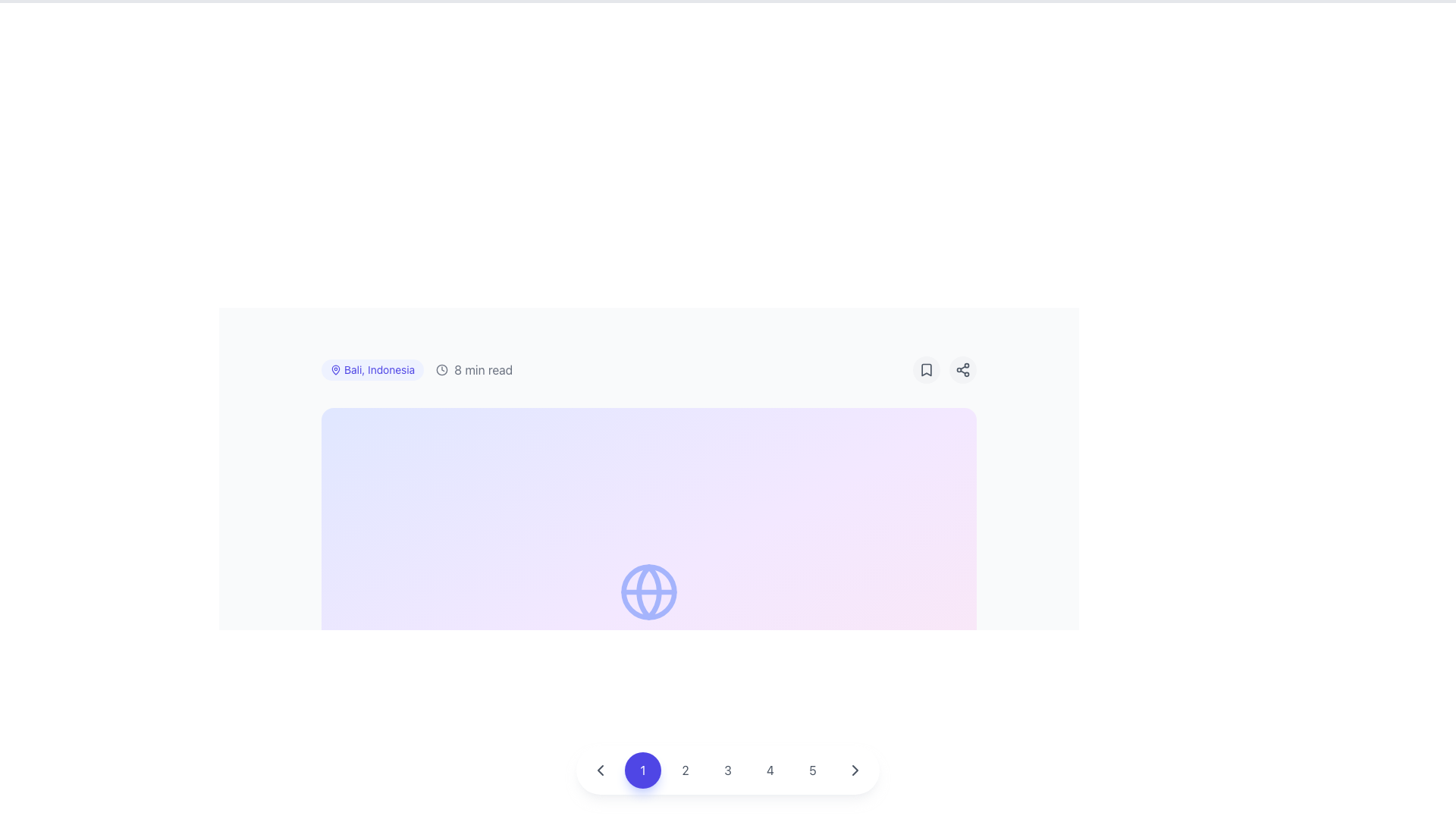  Describe the element at coordinates (600, 770) in the screenshot. I see `the left chevron icon button, which is part of the carousel navigation control located at the bottom center of the interface` at that location.